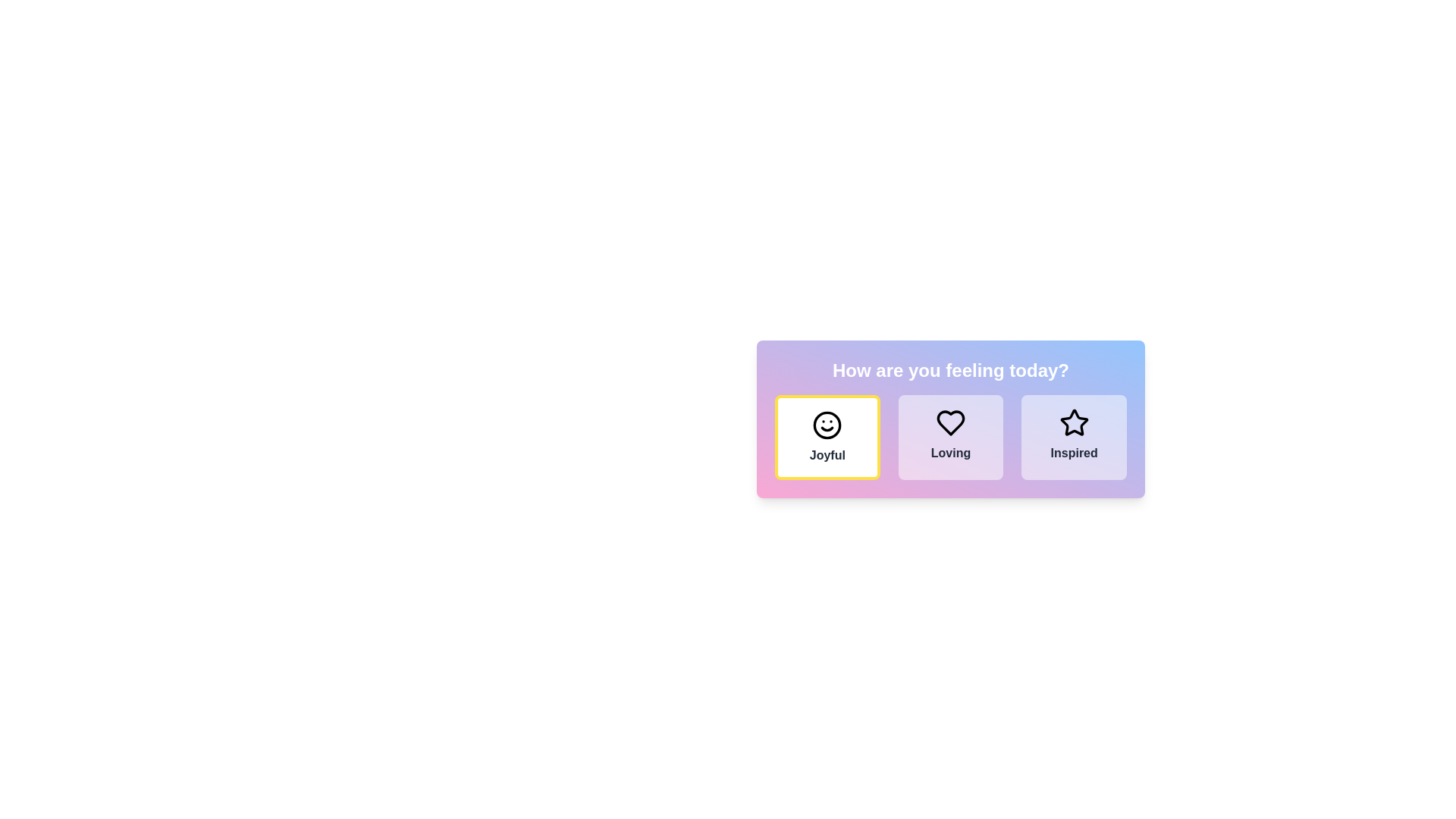  I want to click on the 'Loving' button, which features a heart icon and is positioned between the 'Joyful' and 'Inspired' options under the query 'How are you feeling today?', so click(949, 438).